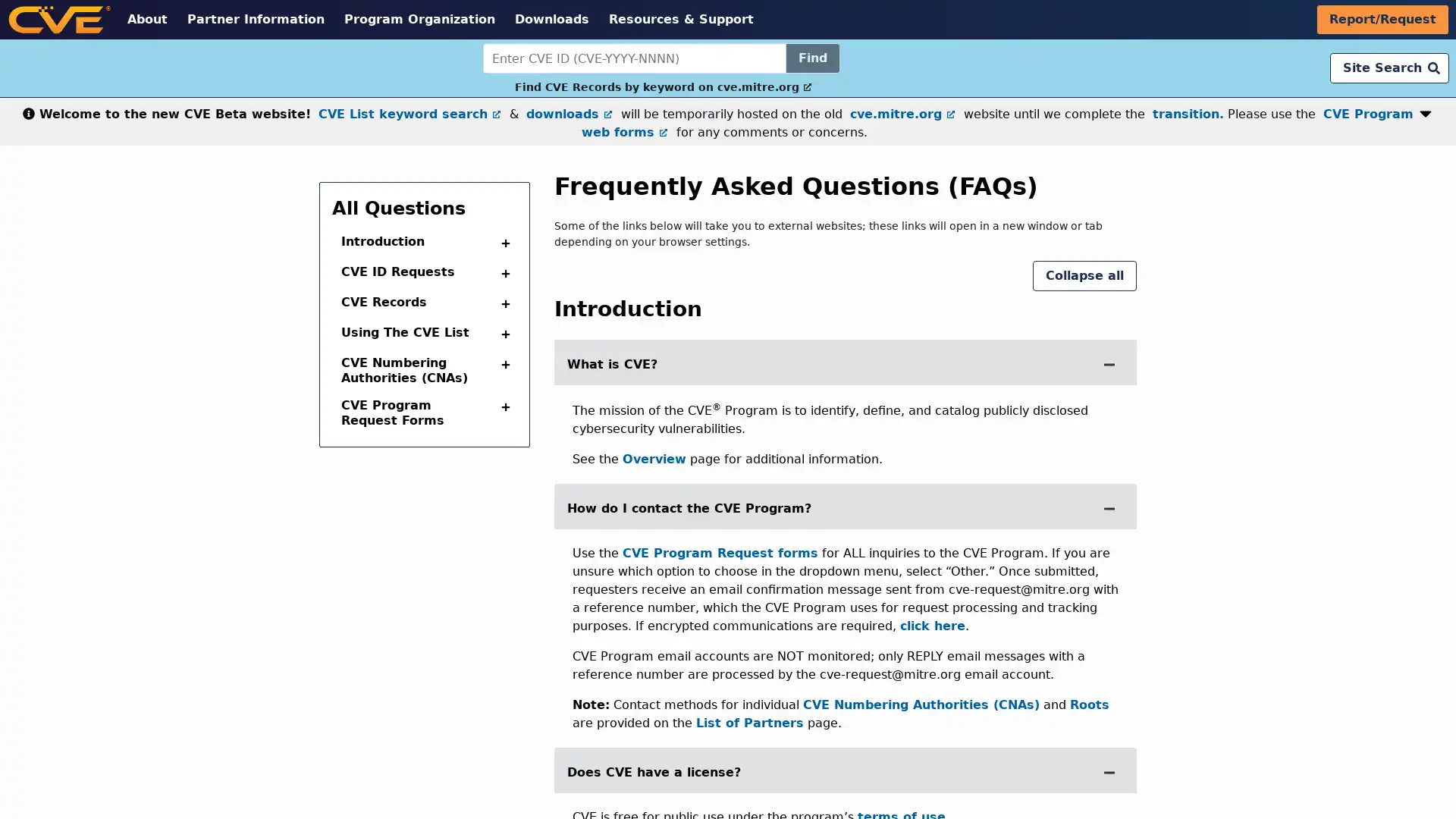 The image size is (1456, 819). I want to click on expand, so click(502, 333).